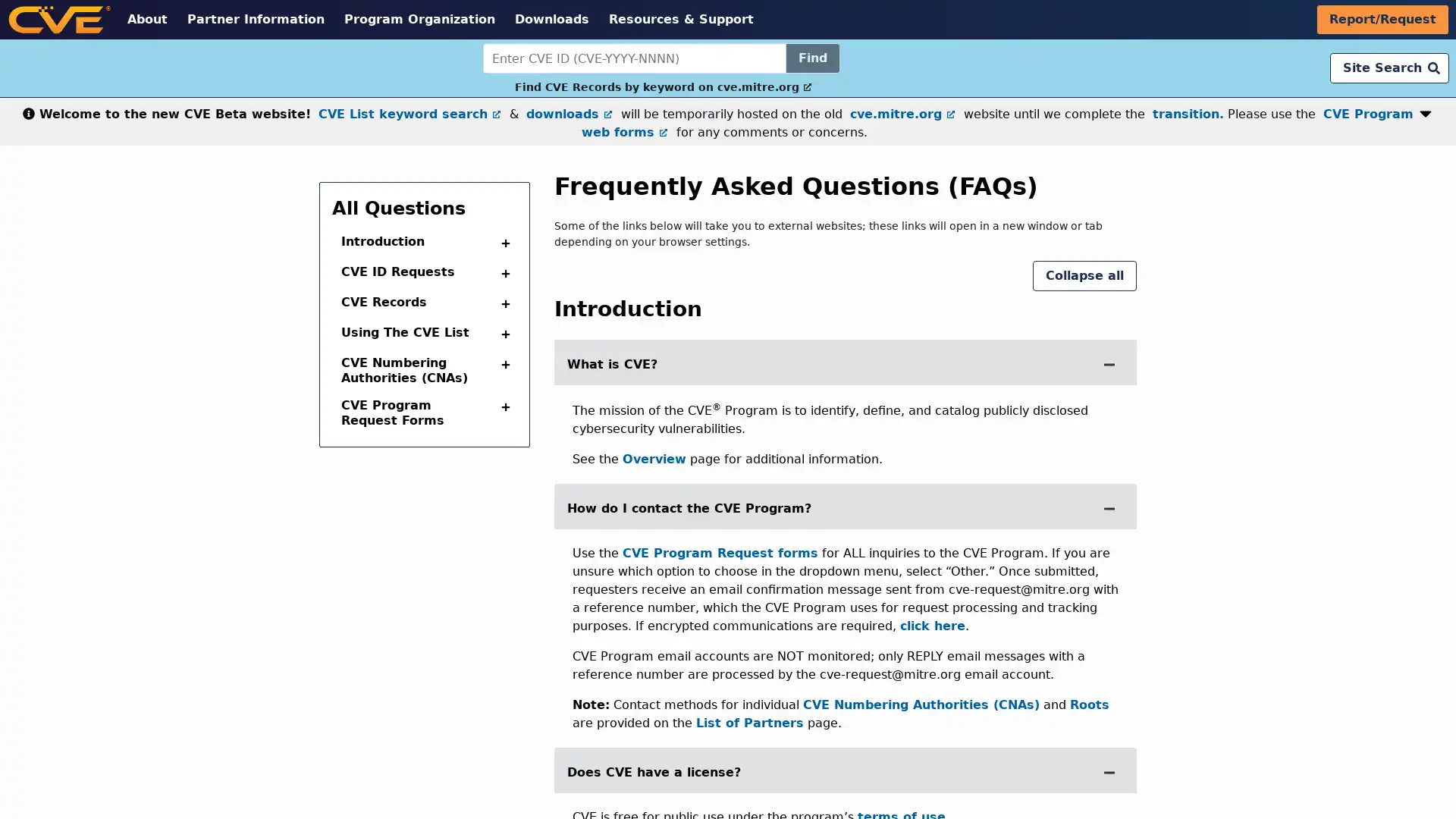 The image size is (1456, 819). I want to click on expand, so click(502, 333).